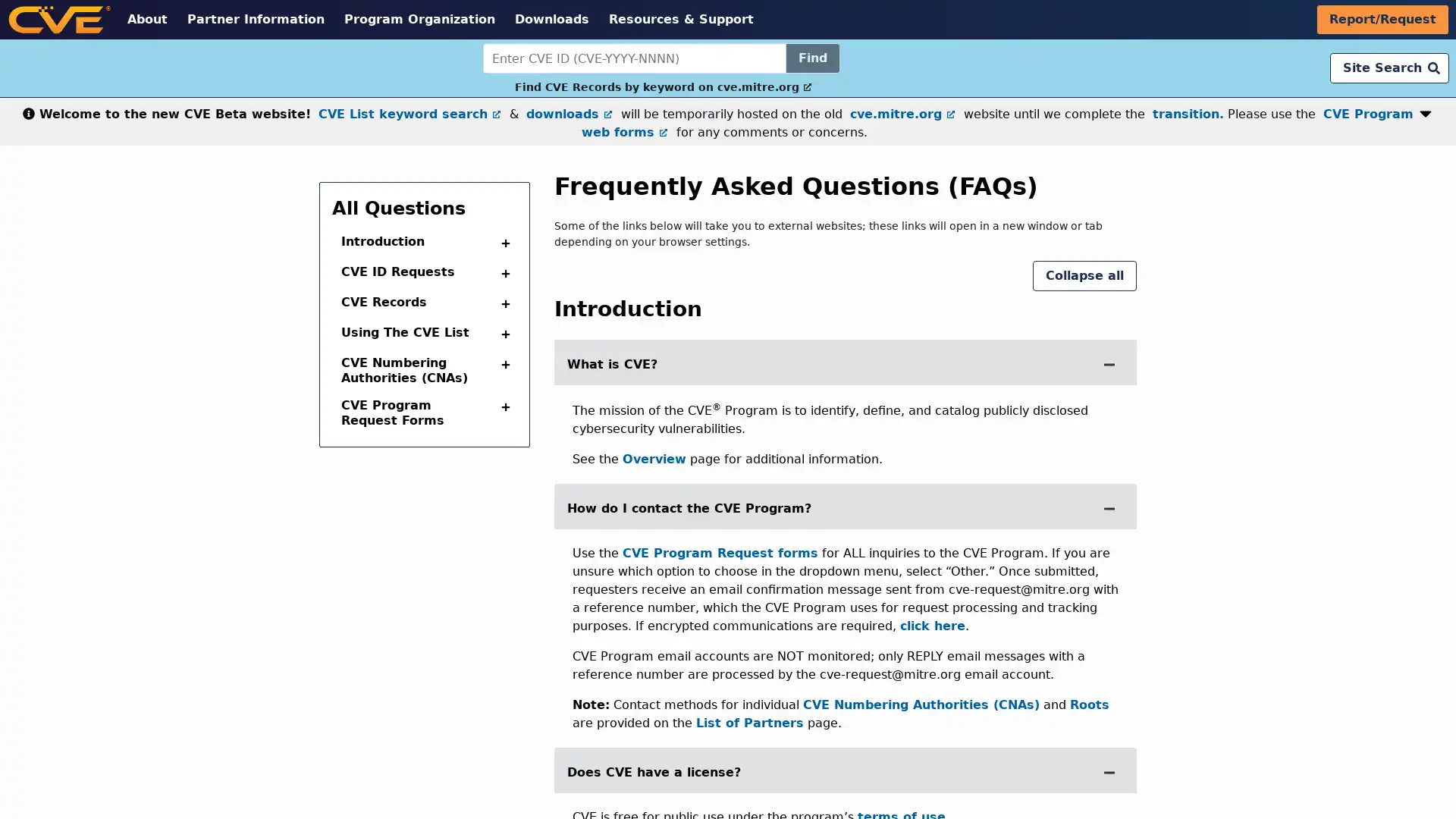 The image size is (1456, 819). I want to click on expand, so click(502, 333).